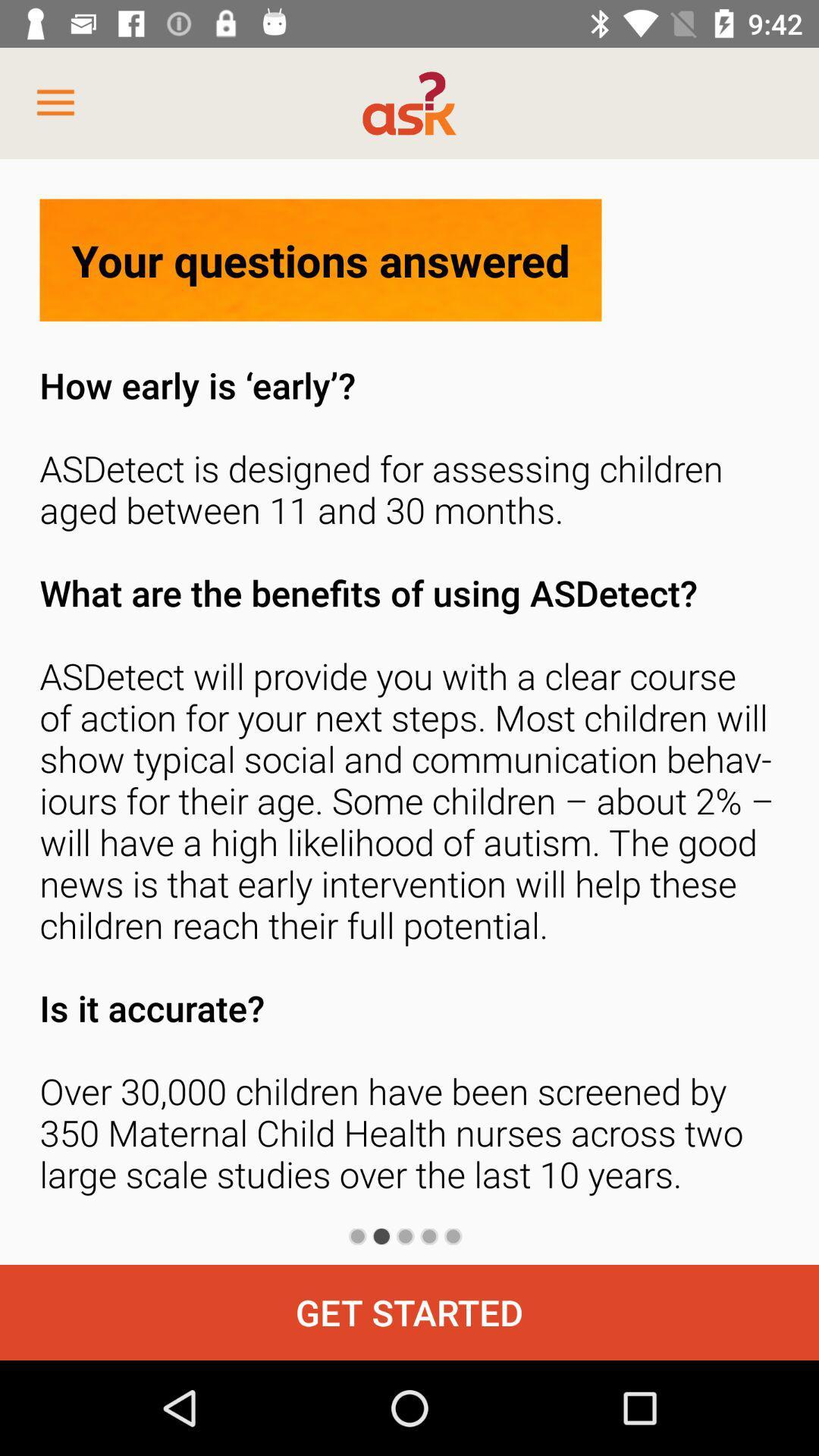  What do you see at coordinates (409, 1312) in the screenshot?
I see `the get started icon` at bounding box center [409, 1312].